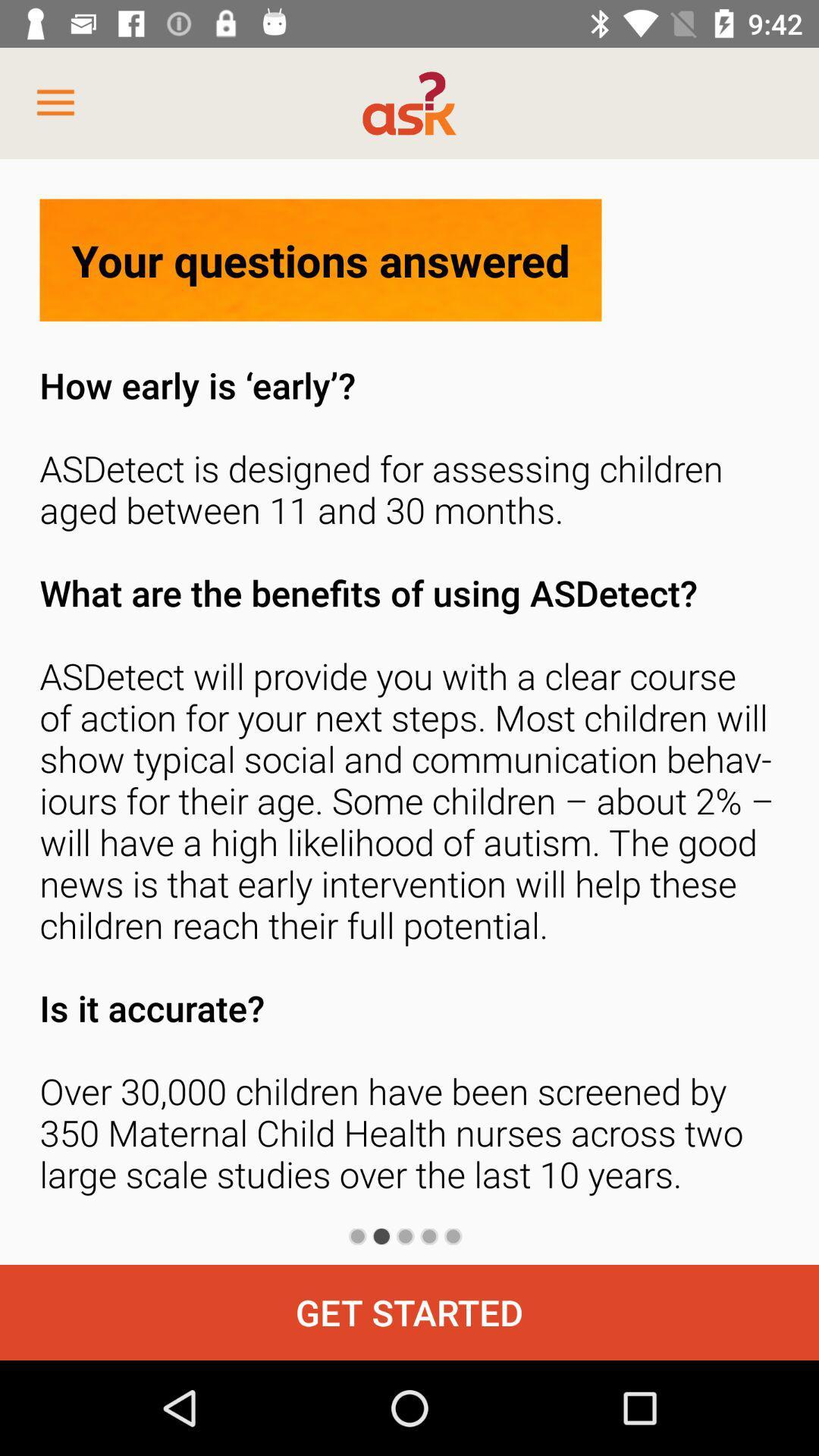  What do you see at coordinates (409, 1312) in the screenshot?
I see `the get started icon` at bounding box center [409, 1312].